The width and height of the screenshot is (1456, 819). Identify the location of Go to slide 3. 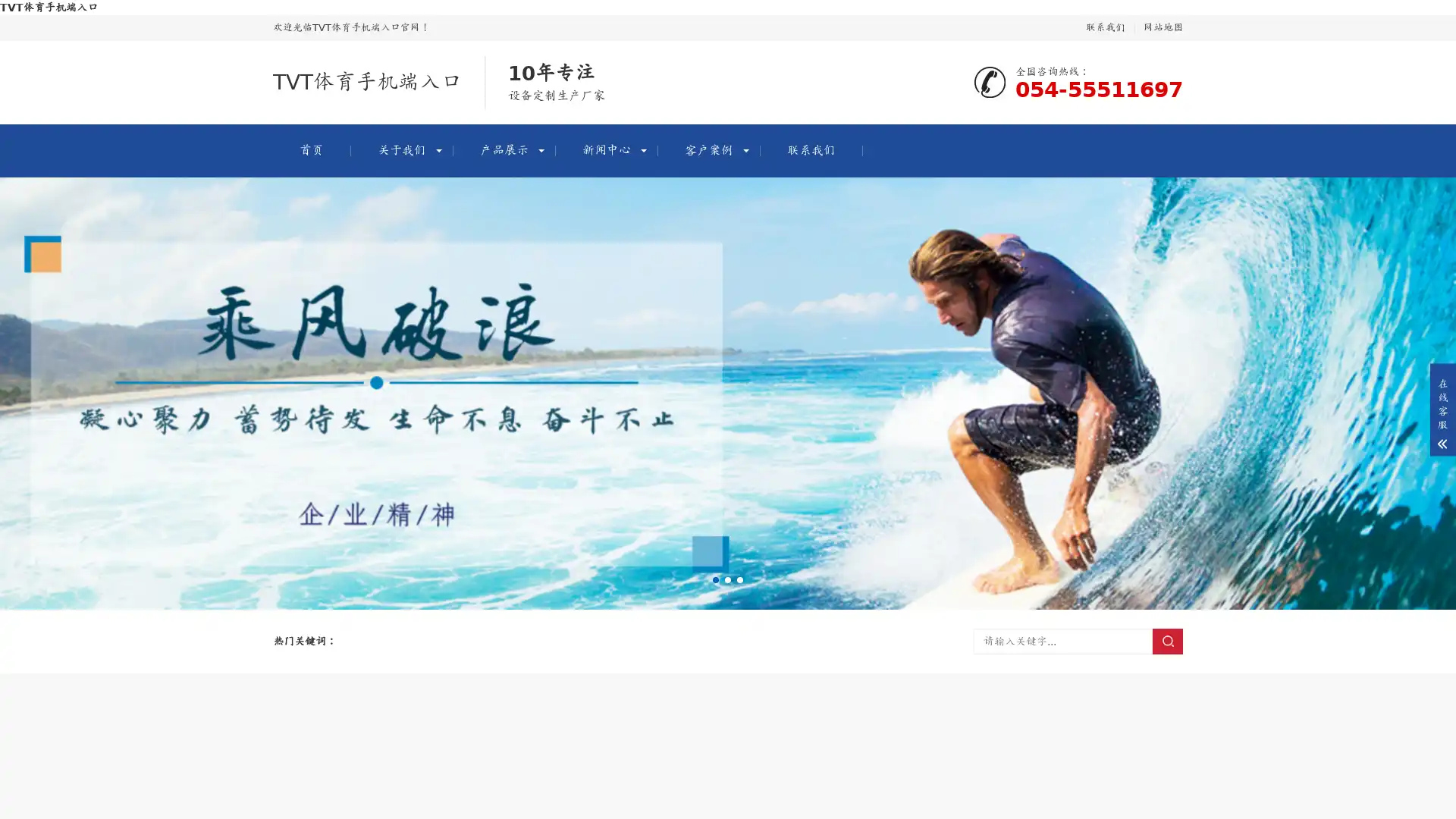
(739, 579).